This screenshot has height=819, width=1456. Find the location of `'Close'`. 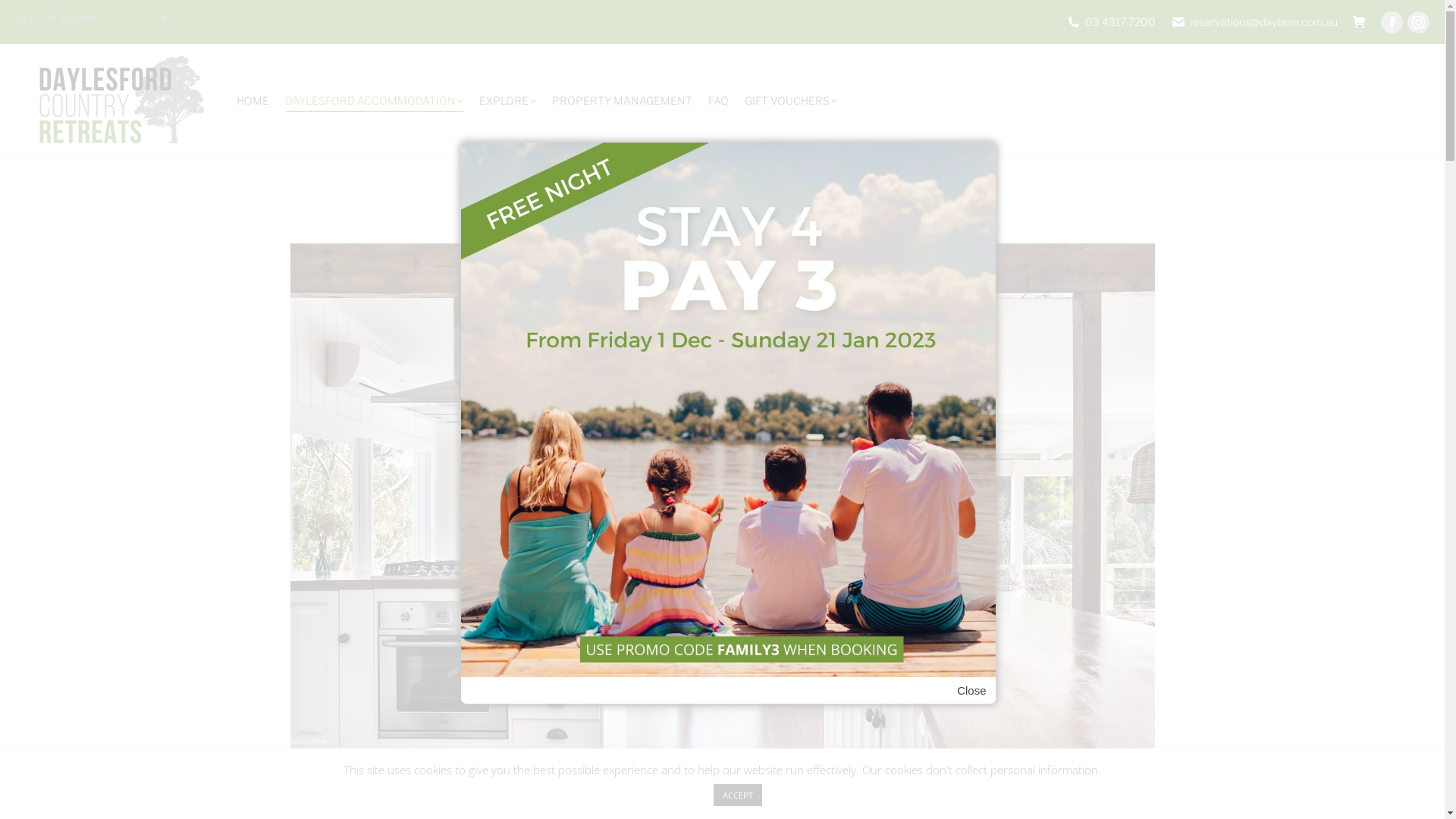

'Close' is located at coordinates (971, 690).